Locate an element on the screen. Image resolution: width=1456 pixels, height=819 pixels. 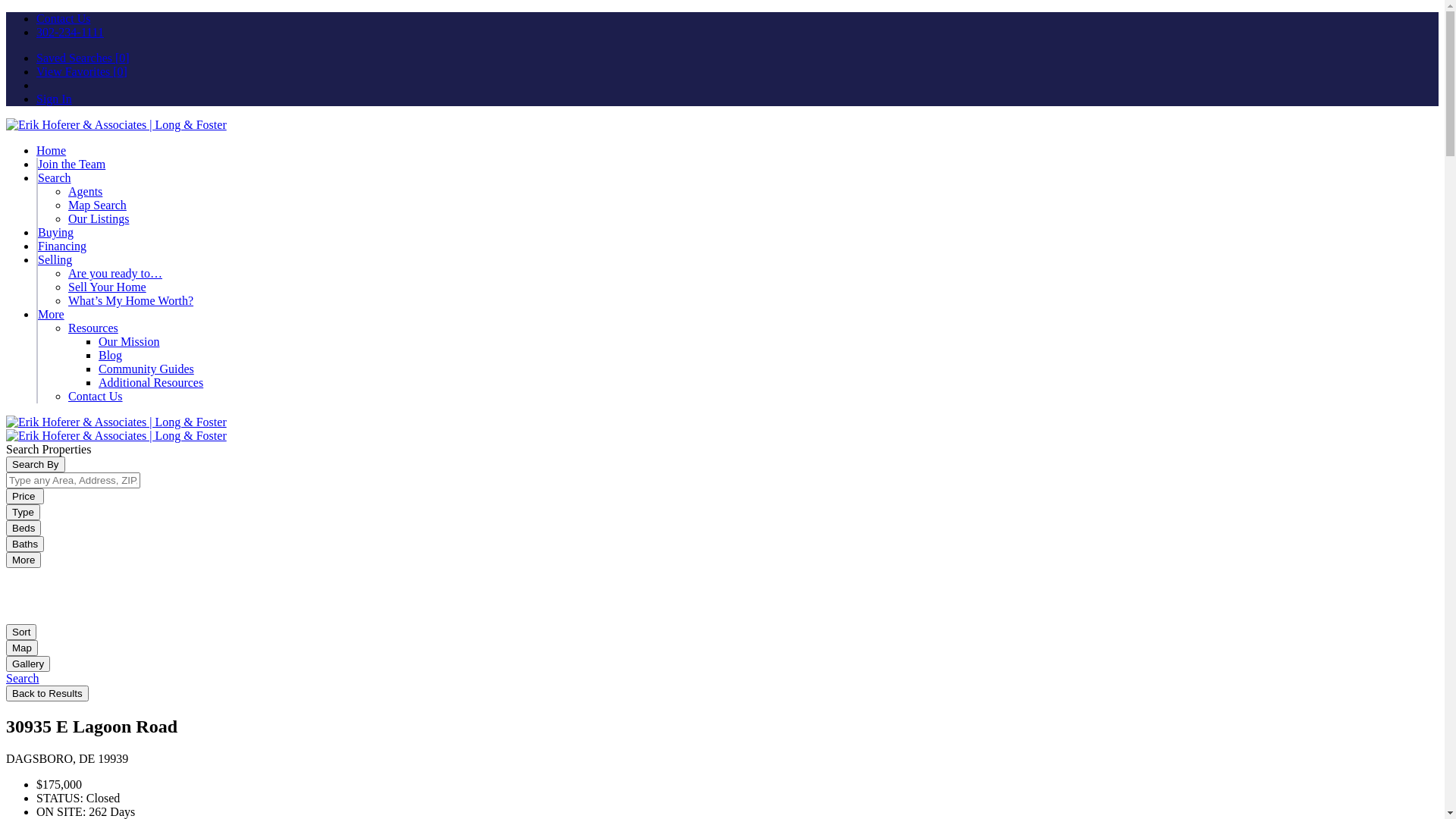
'Map' is located at coordinates (21, 647).